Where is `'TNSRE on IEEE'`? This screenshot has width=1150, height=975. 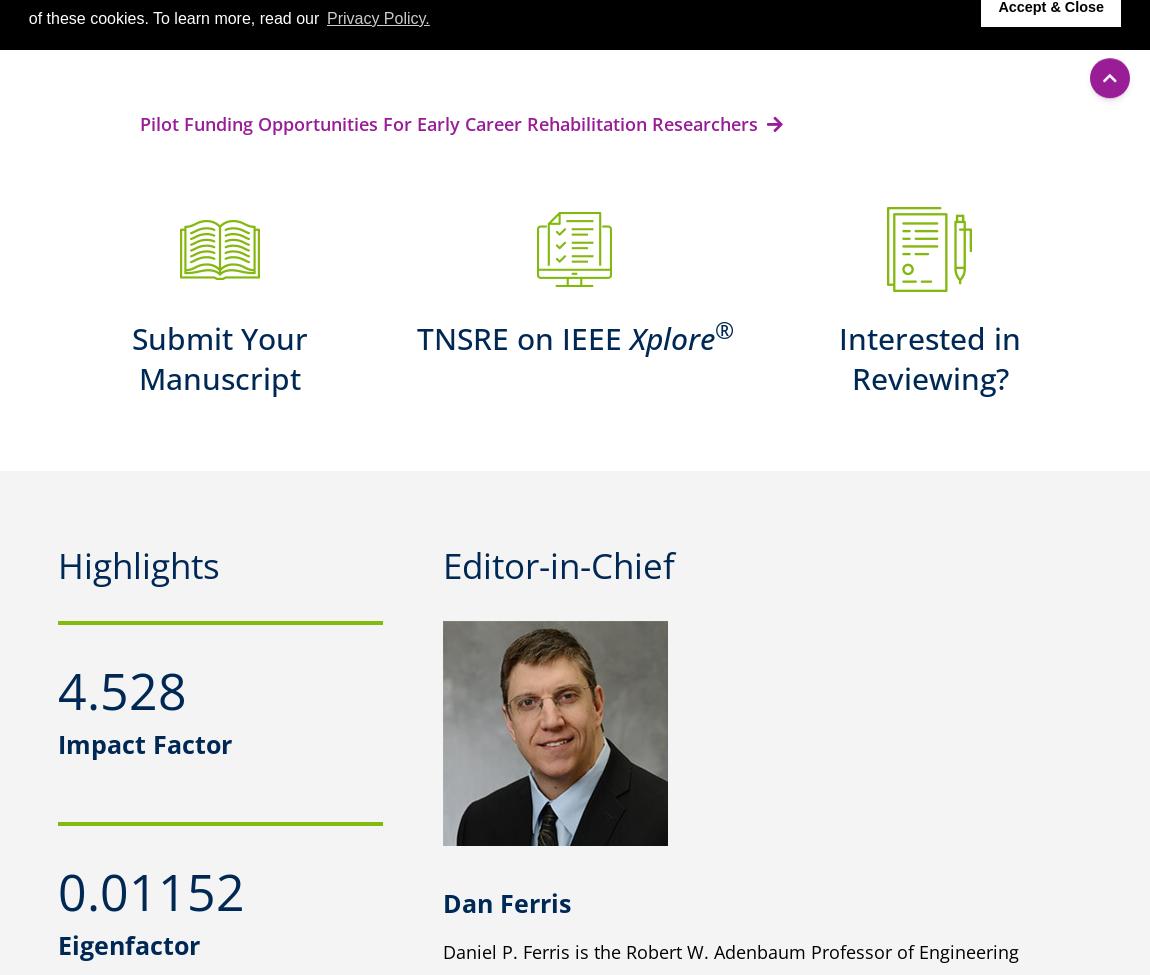 'TNSRE on IEEE' is located at coordinates (522, 337).